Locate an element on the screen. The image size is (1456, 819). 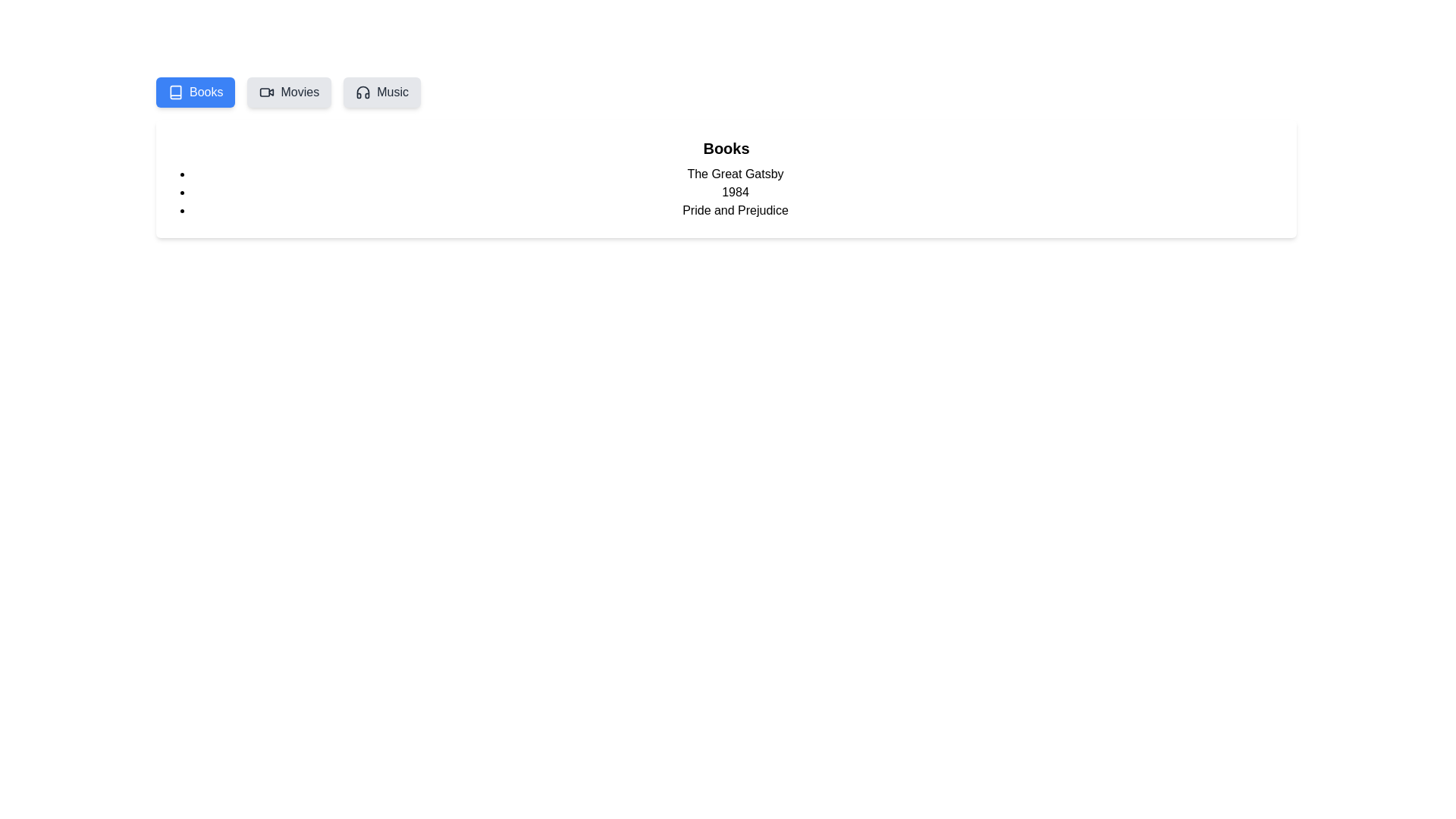
the Movies tab in the MediaLibrary component is located at coordinates (290, 93).